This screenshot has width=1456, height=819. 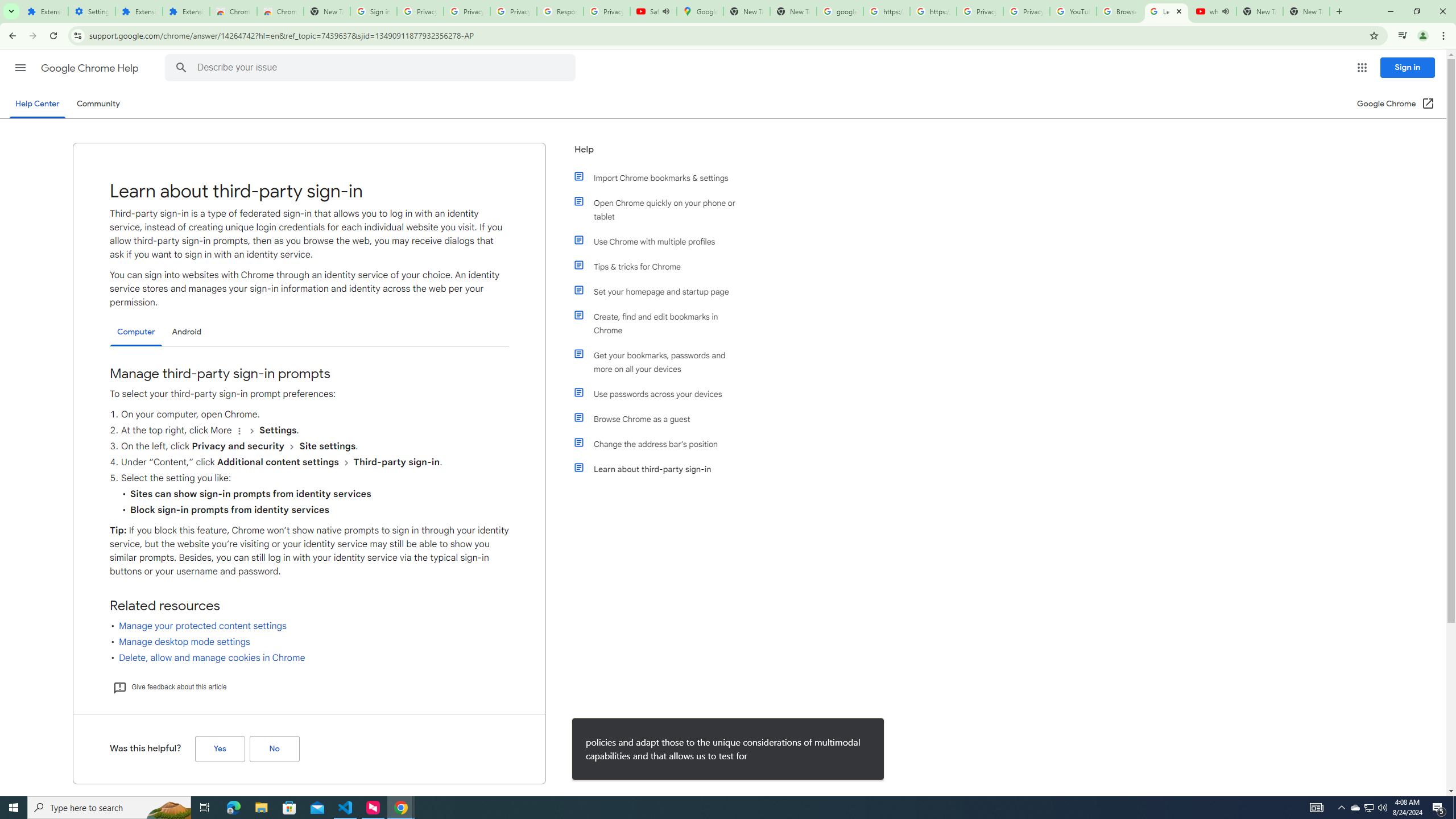 I want to click on 'Control your music, videos, and more', so click(x=1403, y=35).